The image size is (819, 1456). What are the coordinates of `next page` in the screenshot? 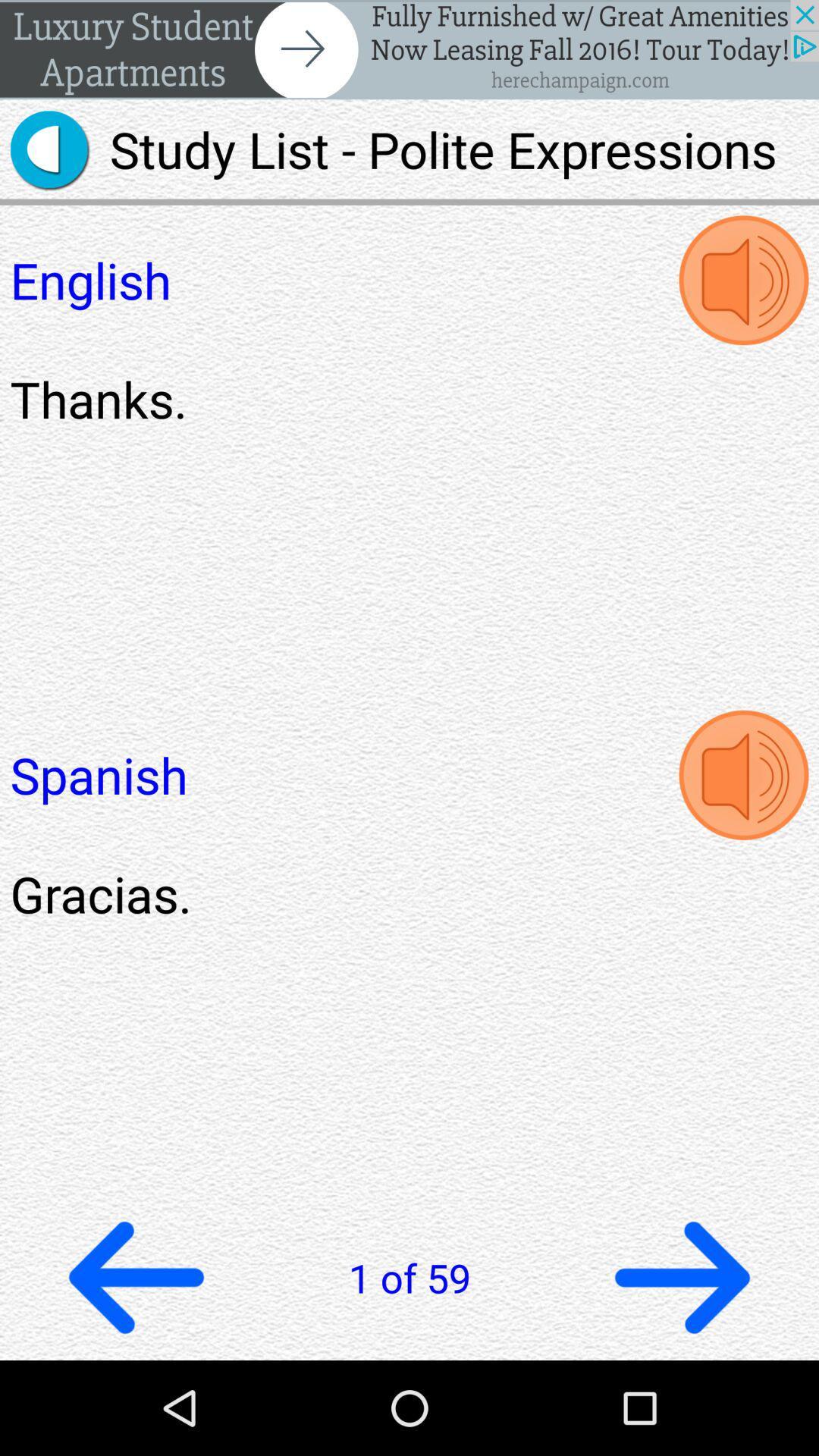 It's located at (681, 1276).